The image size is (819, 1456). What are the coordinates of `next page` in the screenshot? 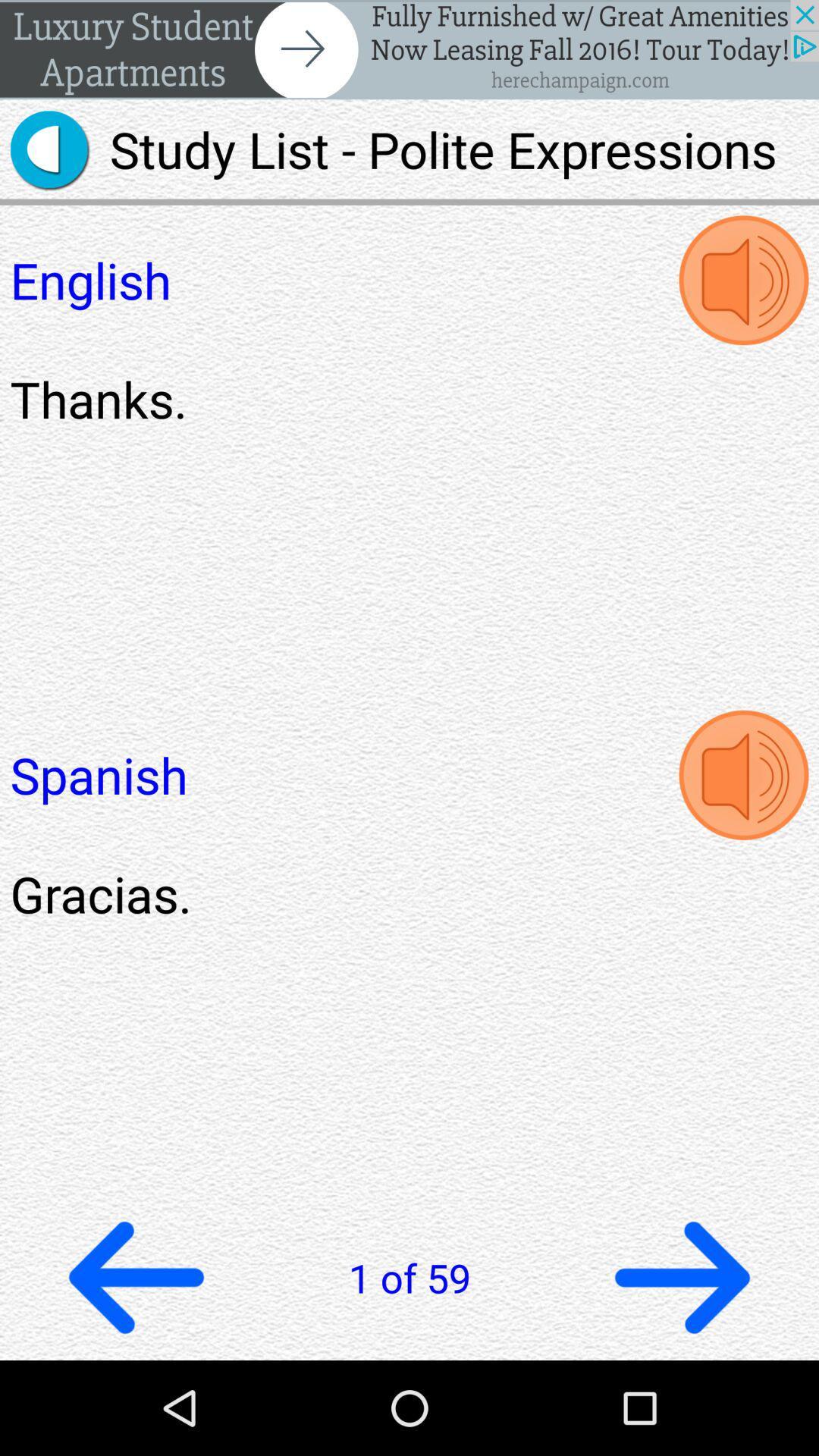 It's located at (681, 1276).